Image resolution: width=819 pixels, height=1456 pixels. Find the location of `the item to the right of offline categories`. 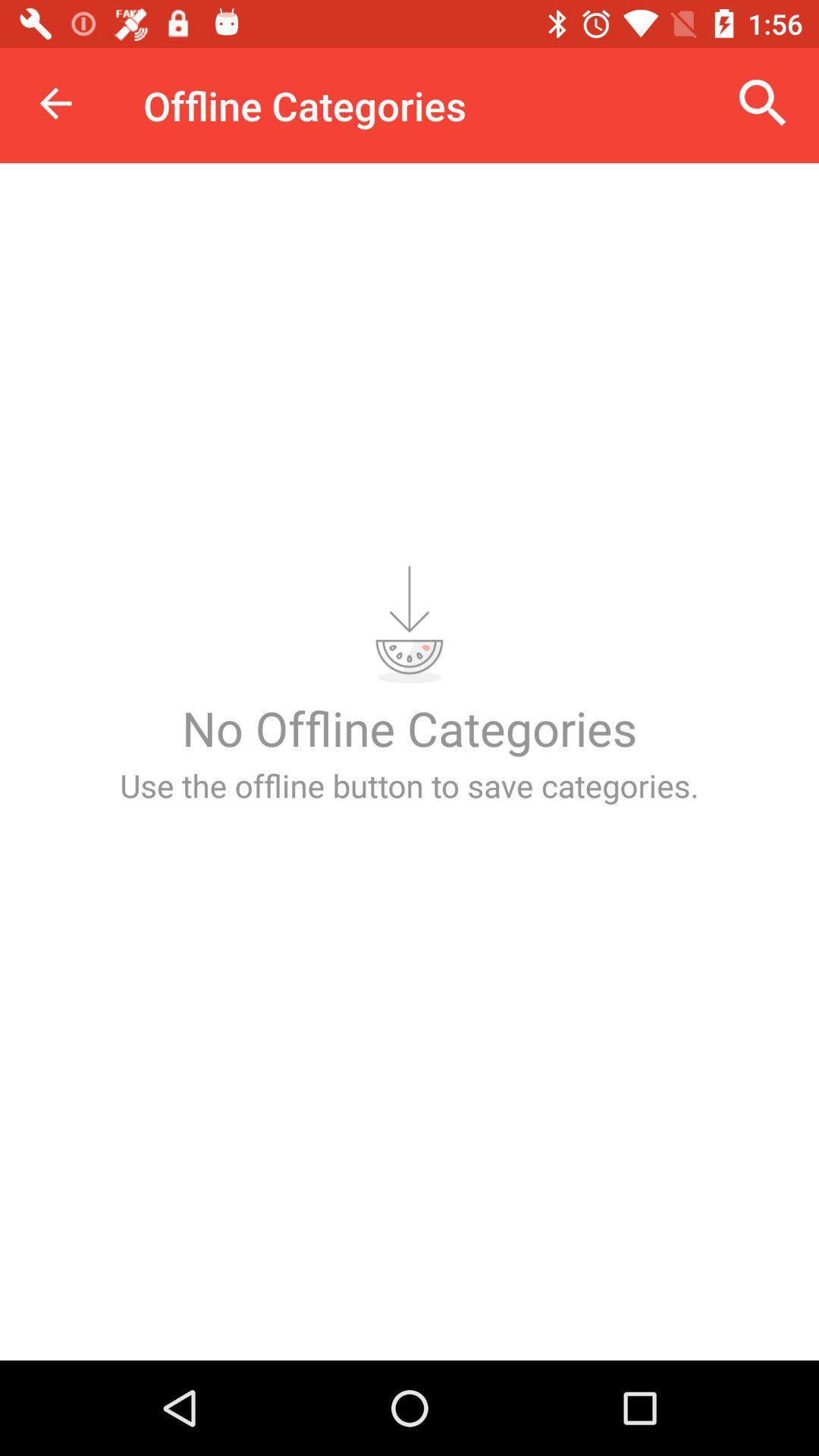

the item to the right of offline categories is located at coordinates (763, 102).